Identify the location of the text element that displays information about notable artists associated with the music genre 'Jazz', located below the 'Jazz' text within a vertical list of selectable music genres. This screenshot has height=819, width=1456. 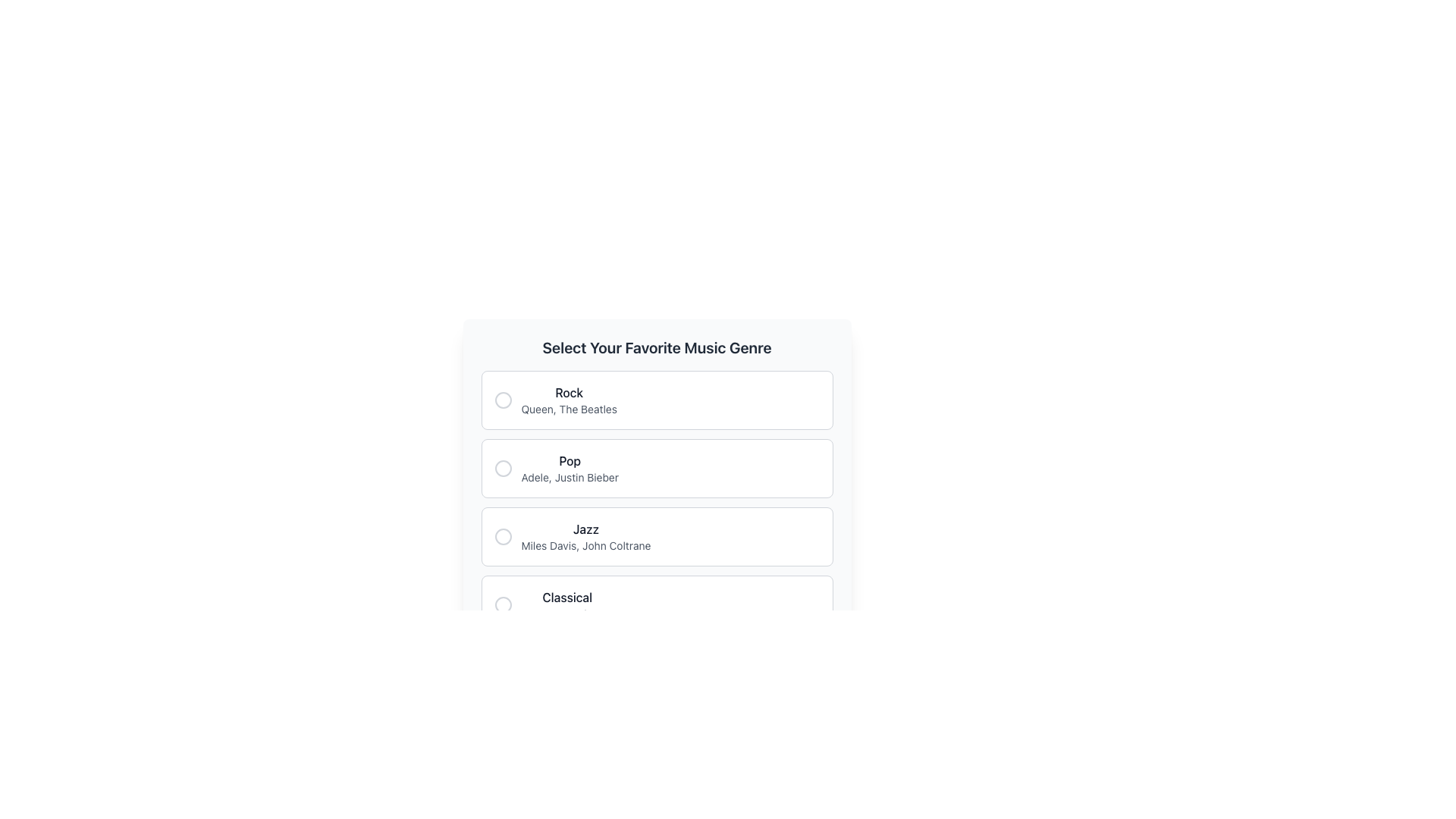
(585, 546).